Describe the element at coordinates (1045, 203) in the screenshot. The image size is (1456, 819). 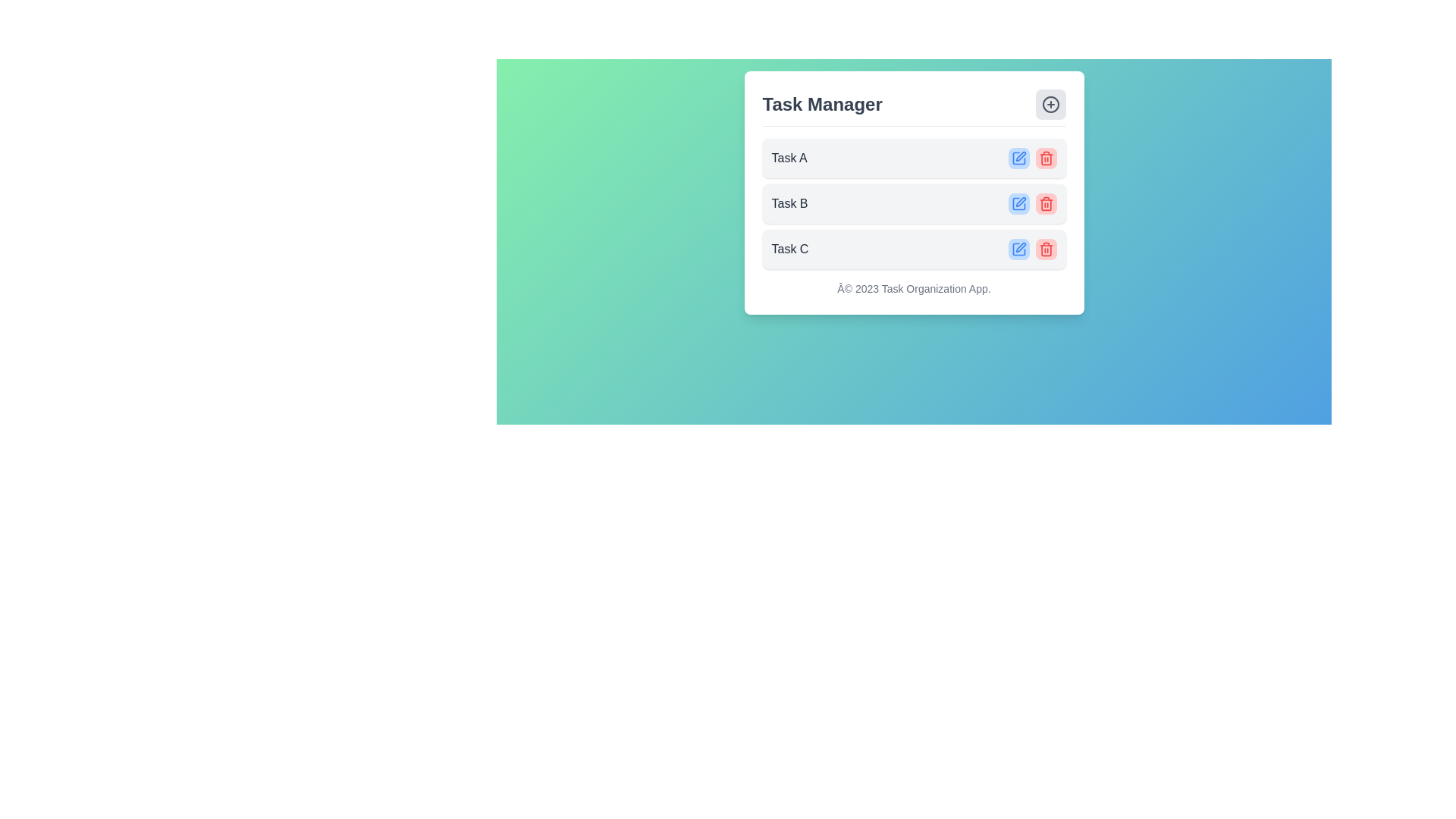
I see `the trash bin icon button with a red background` at that location.